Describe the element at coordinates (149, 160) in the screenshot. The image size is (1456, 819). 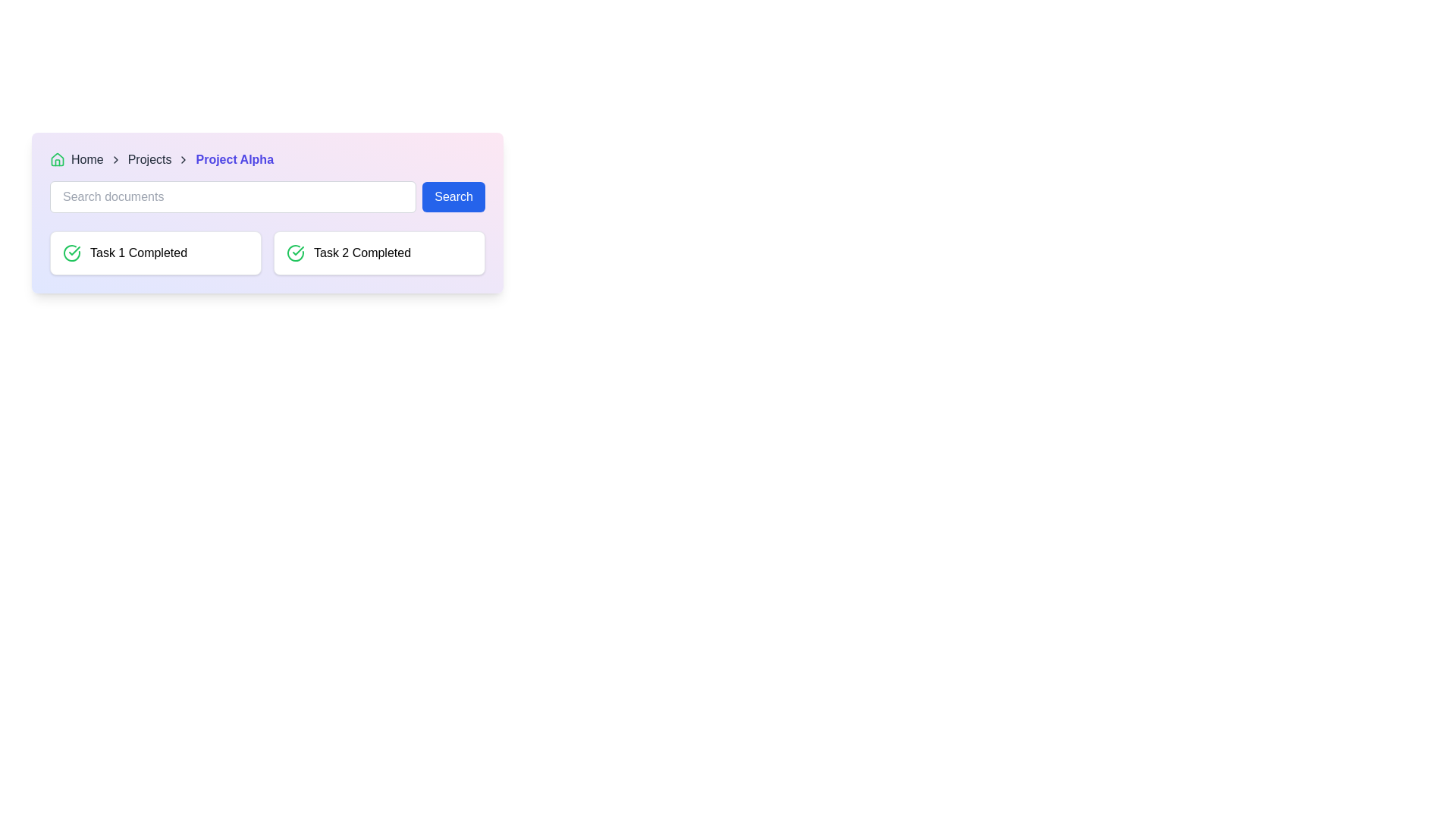
I see `the 'Projects' text label in the breadcrumb navigation bar, which indicates the current section and is positioned between the chevron icon and the 'Project Alpha' link` at that location.